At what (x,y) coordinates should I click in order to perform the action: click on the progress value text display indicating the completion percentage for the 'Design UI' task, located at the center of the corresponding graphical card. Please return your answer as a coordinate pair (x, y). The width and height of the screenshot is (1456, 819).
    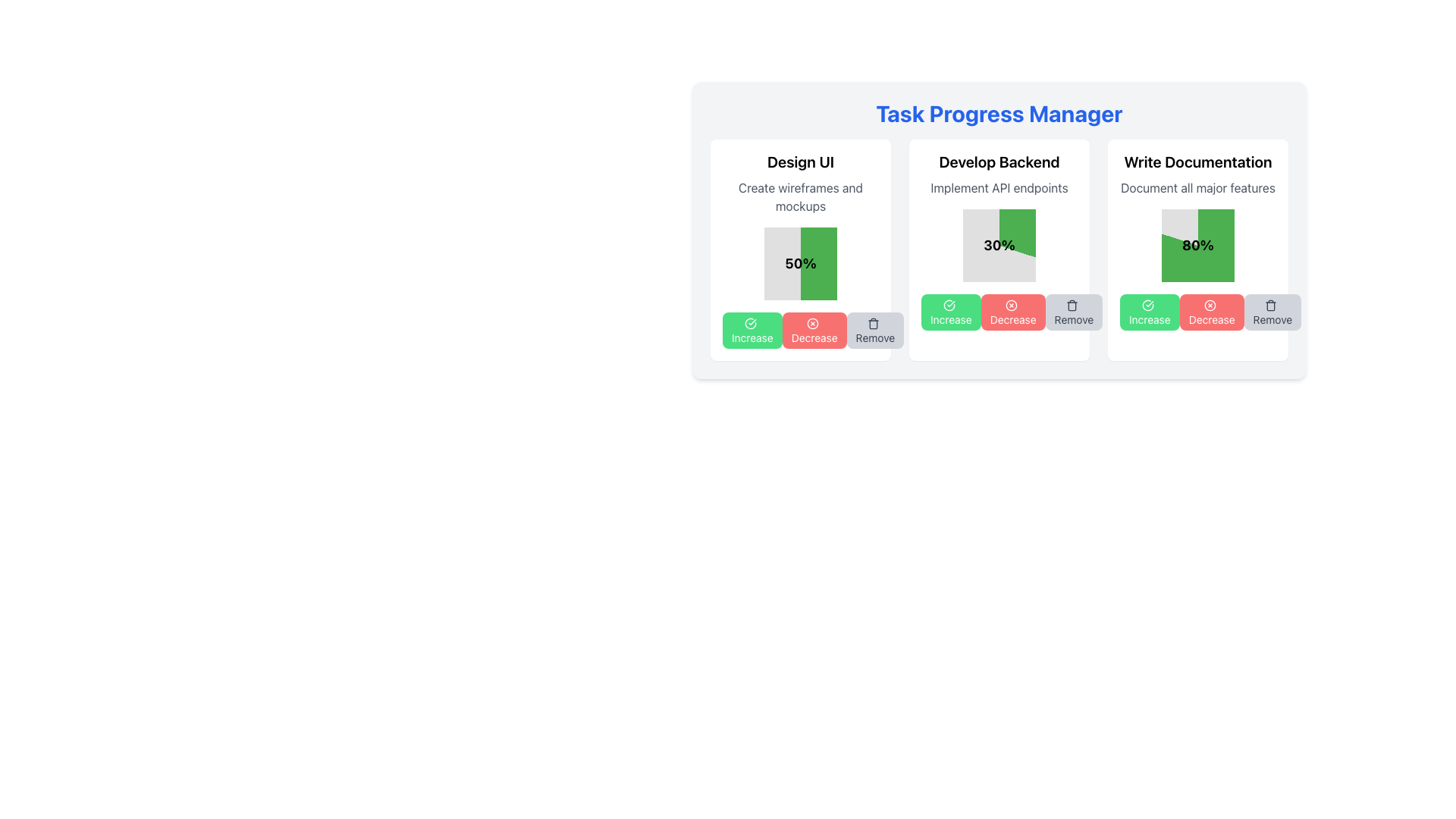
    Looking at the image, I should click on (800, 262).